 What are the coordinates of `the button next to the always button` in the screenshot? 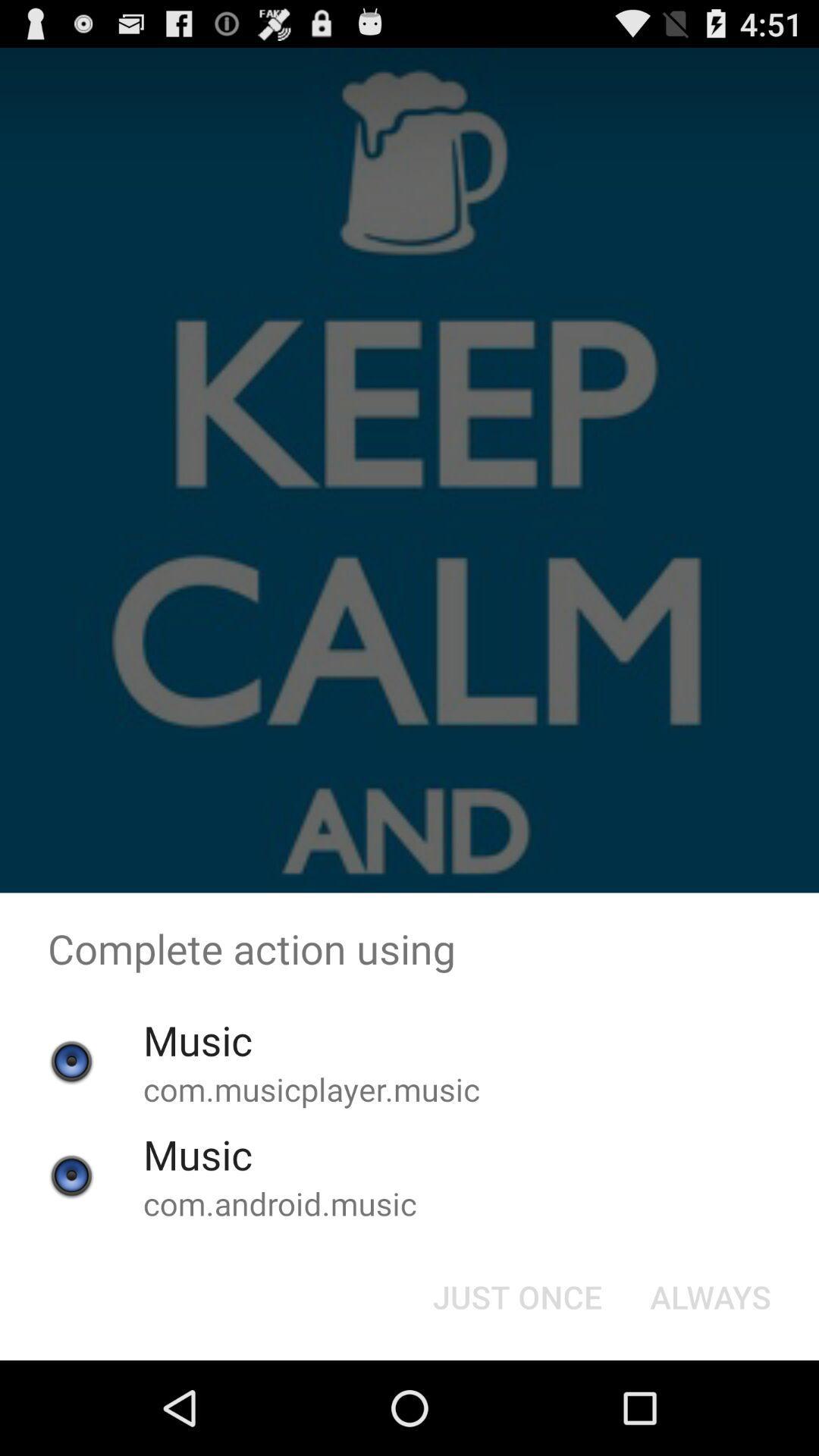 It's located at (516, 1295).